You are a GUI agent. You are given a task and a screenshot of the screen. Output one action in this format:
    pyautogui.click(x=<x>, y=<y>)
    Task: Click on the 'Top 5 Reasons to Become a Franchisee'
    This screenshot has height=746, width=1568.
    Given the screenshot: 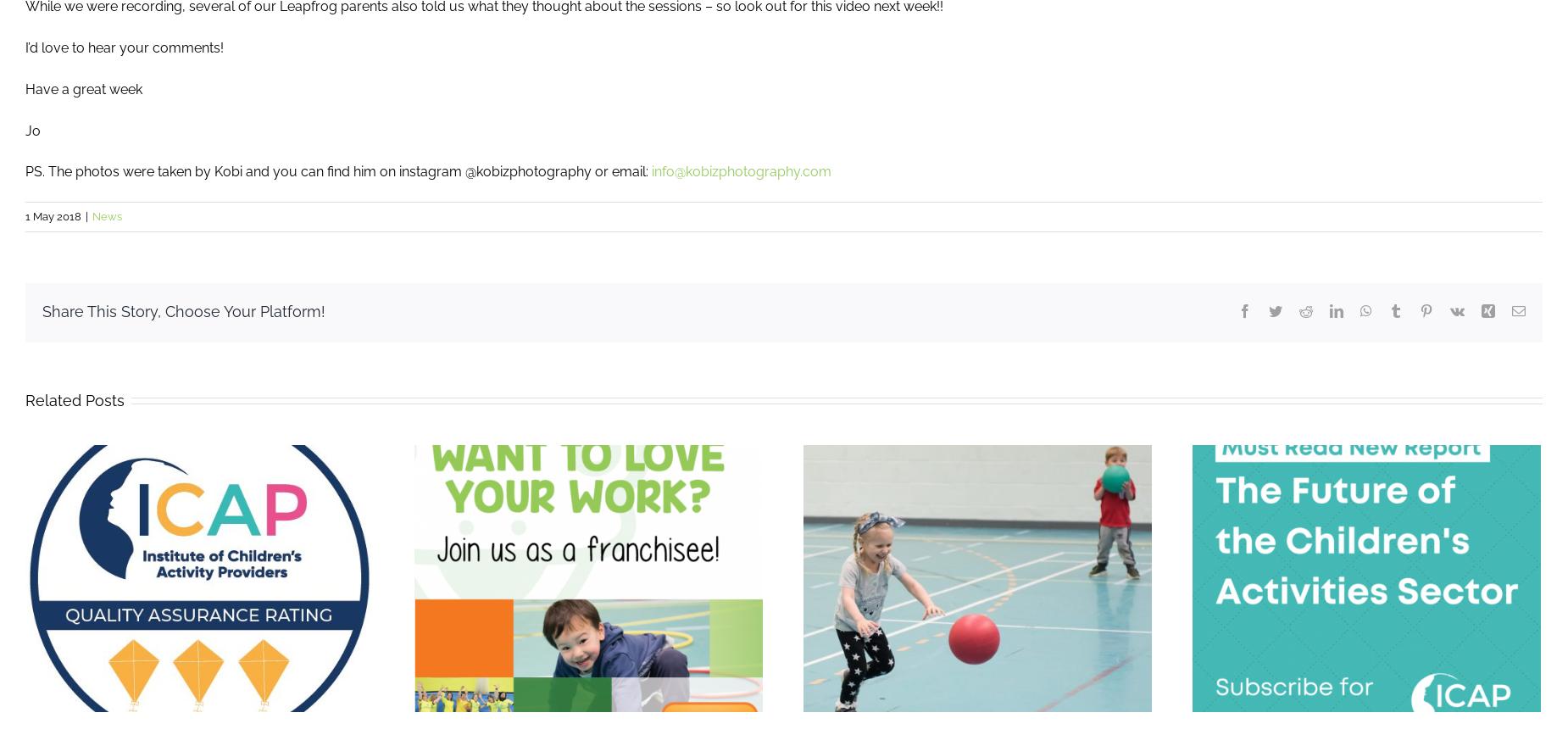 What is the action you would take?
    pyautogui.click(x=239, y=595)
    